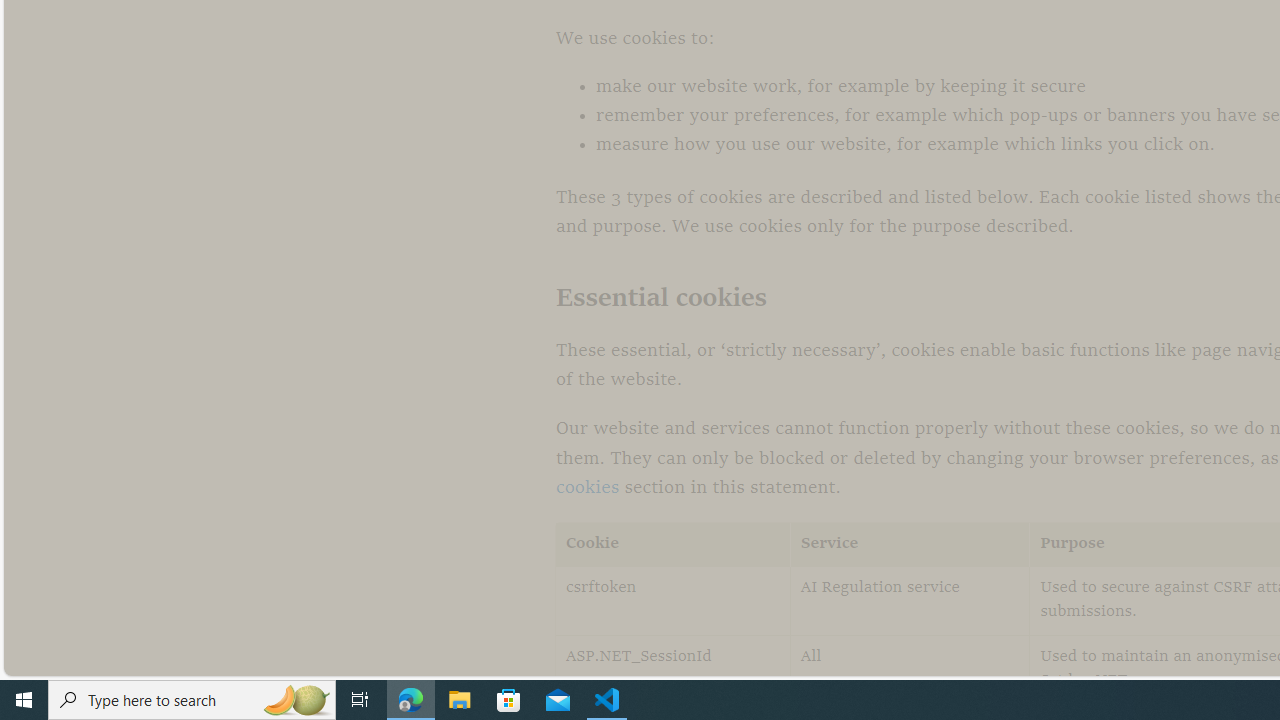  Describe the element at coordinates (359, 698) in the screenshot. I see `'Task View'` at that location.